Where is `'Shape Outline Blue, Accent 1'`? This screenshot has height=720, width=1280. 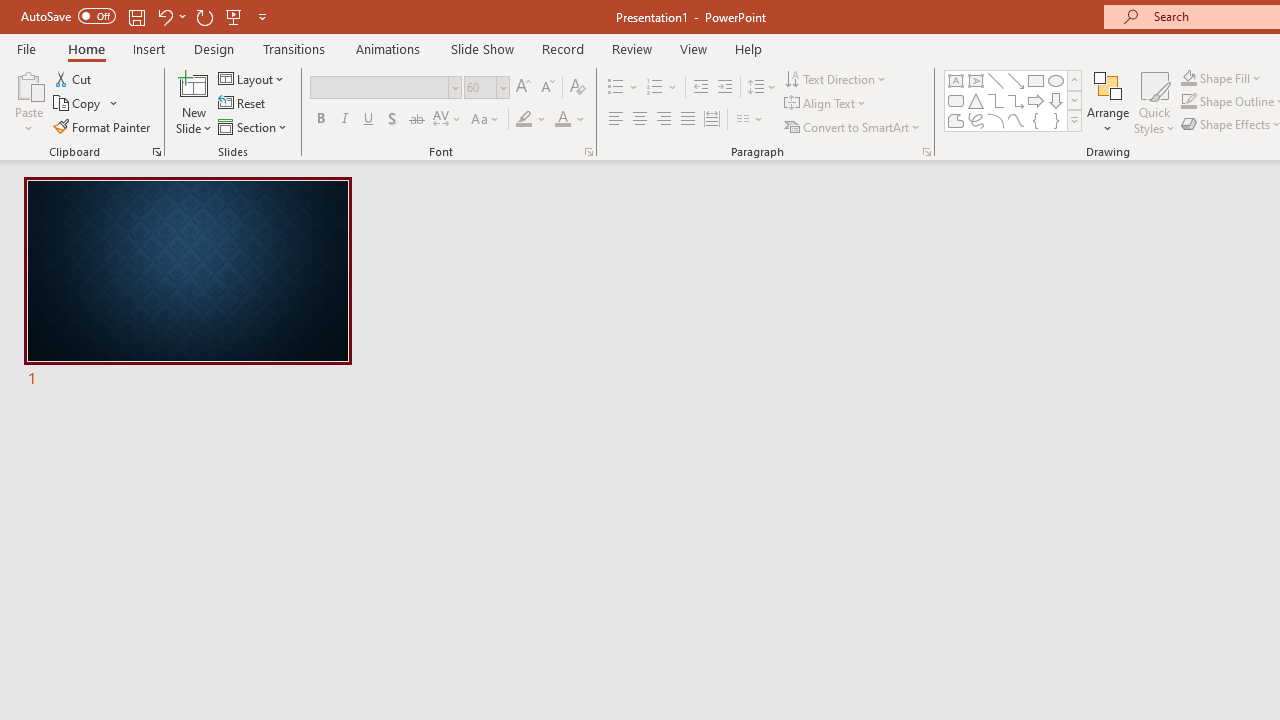
'Shape Outline Blue, Accent 1' is located at coordinates (1189, 101).